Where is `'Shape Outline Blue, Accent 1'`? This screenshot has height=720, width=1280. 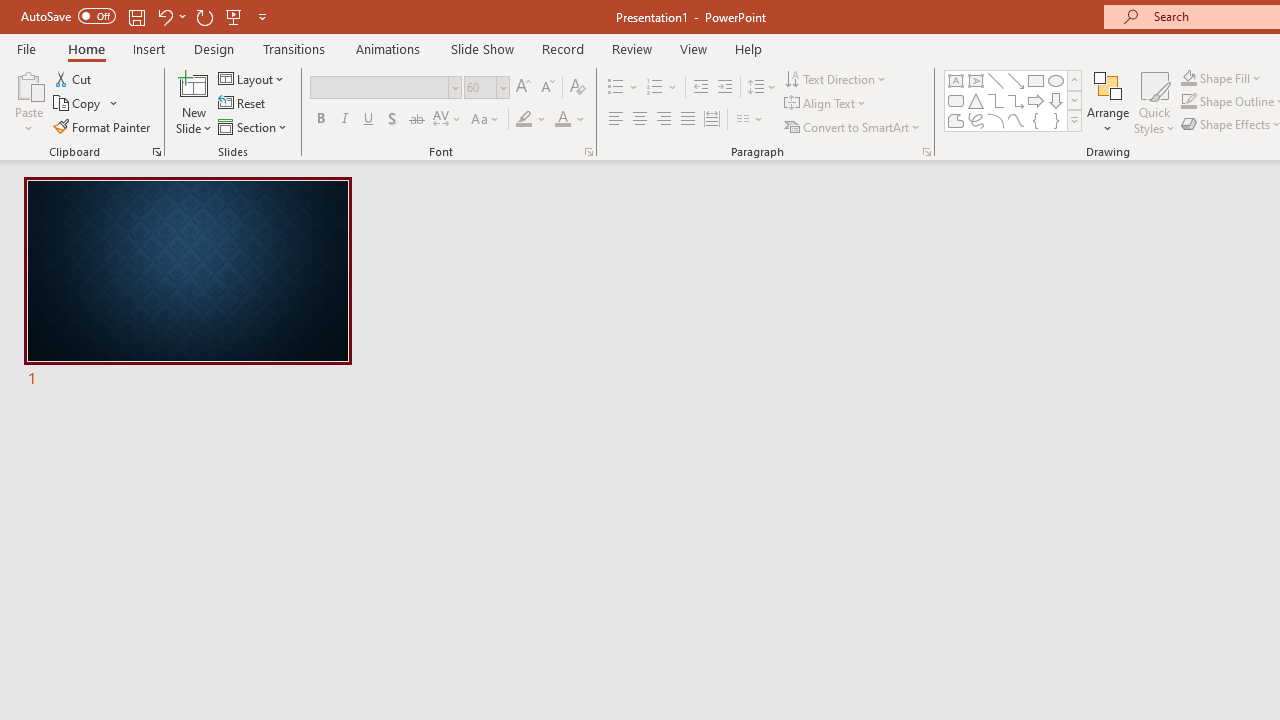
'Shape Outline Blue, Accent 1' is located at coordinates (1189, 101).